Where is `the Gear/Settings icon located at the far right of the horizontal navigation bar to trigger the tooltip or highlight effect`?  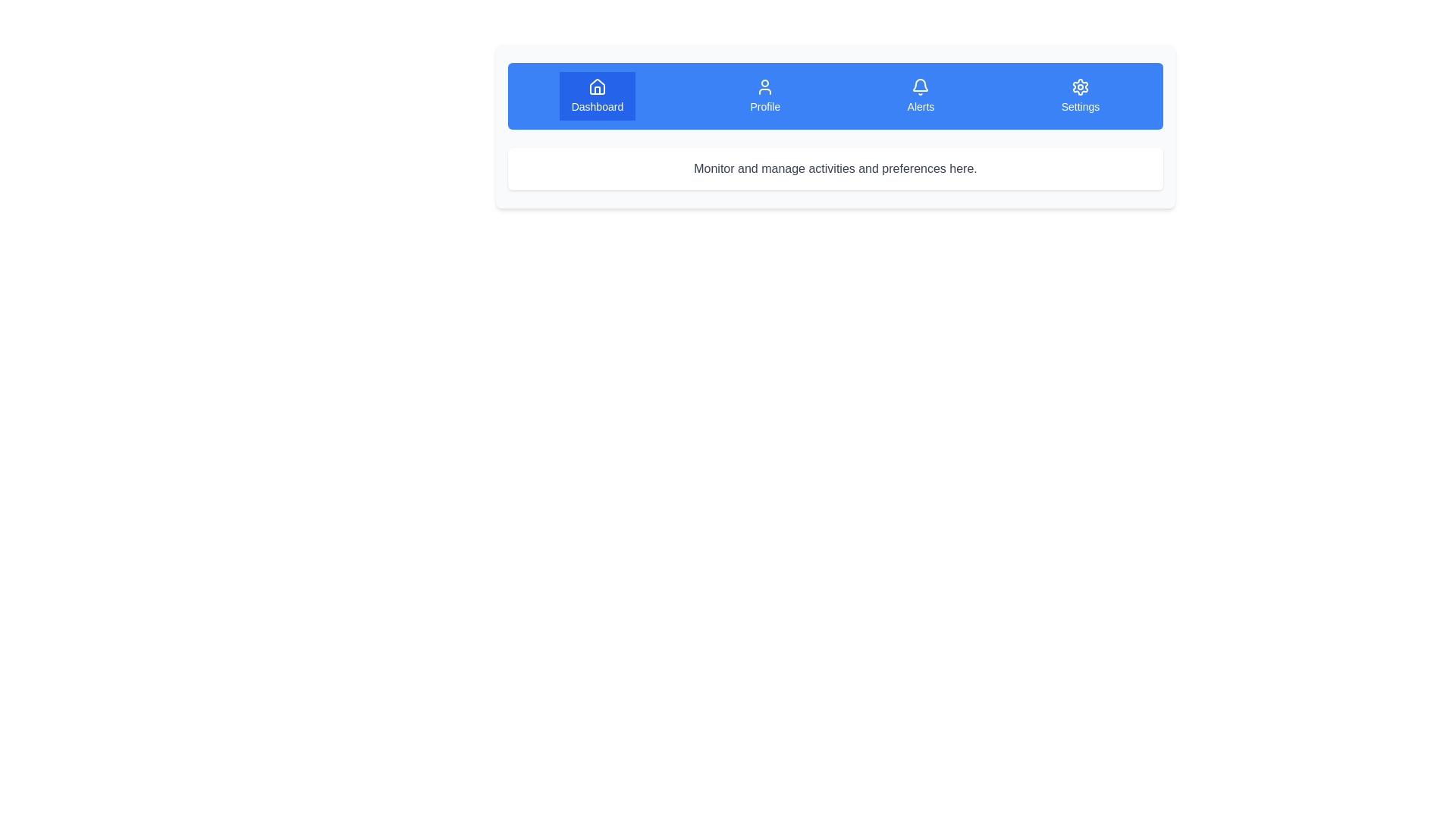 the Gear/Settings icon located at the far right of the horizontal navigation bar to trigger the tooltip or highlight effect is located at coordinates (1080, 87).